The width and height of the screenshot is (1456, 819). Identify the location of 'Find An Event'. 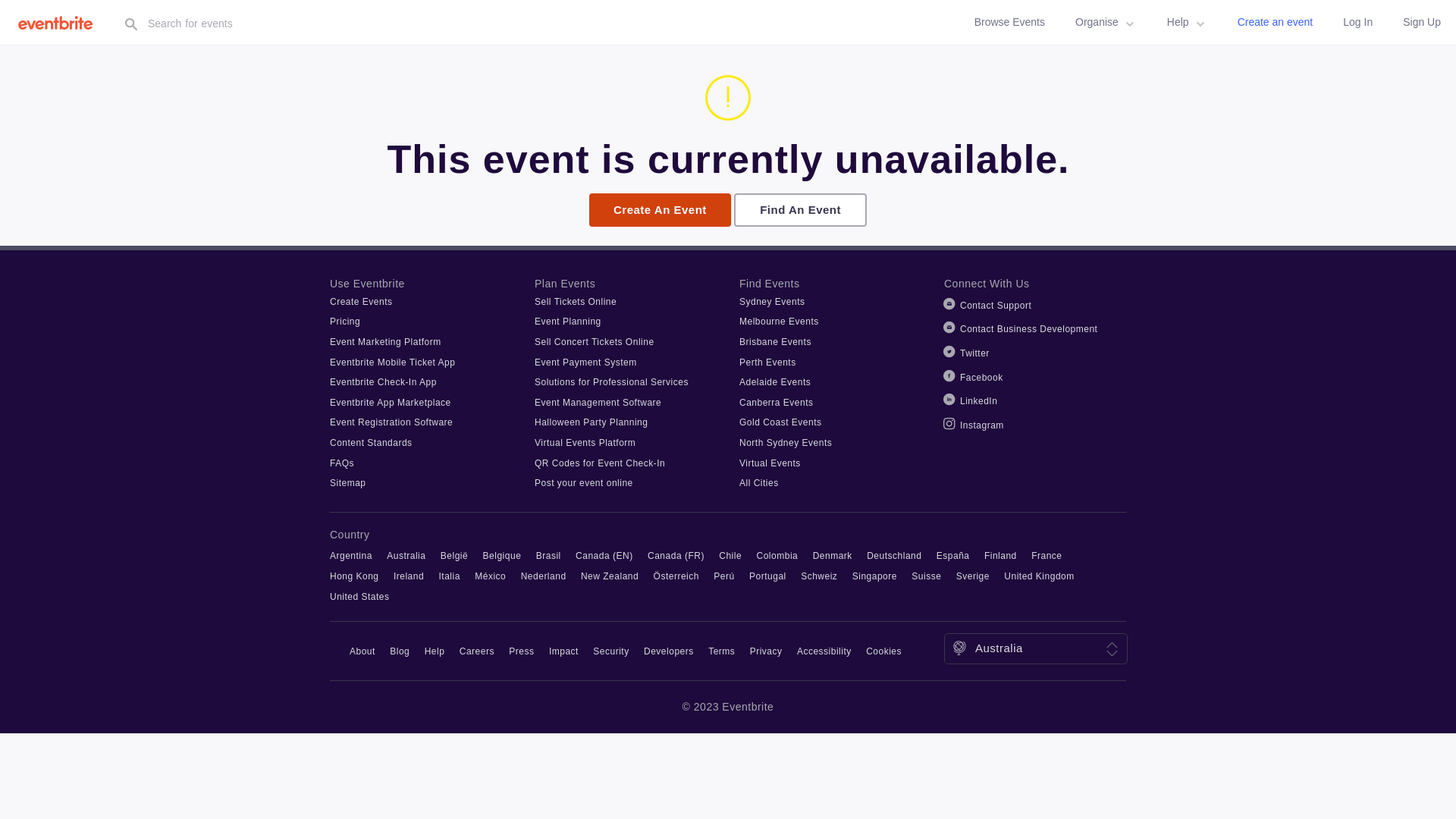
(799, 210).